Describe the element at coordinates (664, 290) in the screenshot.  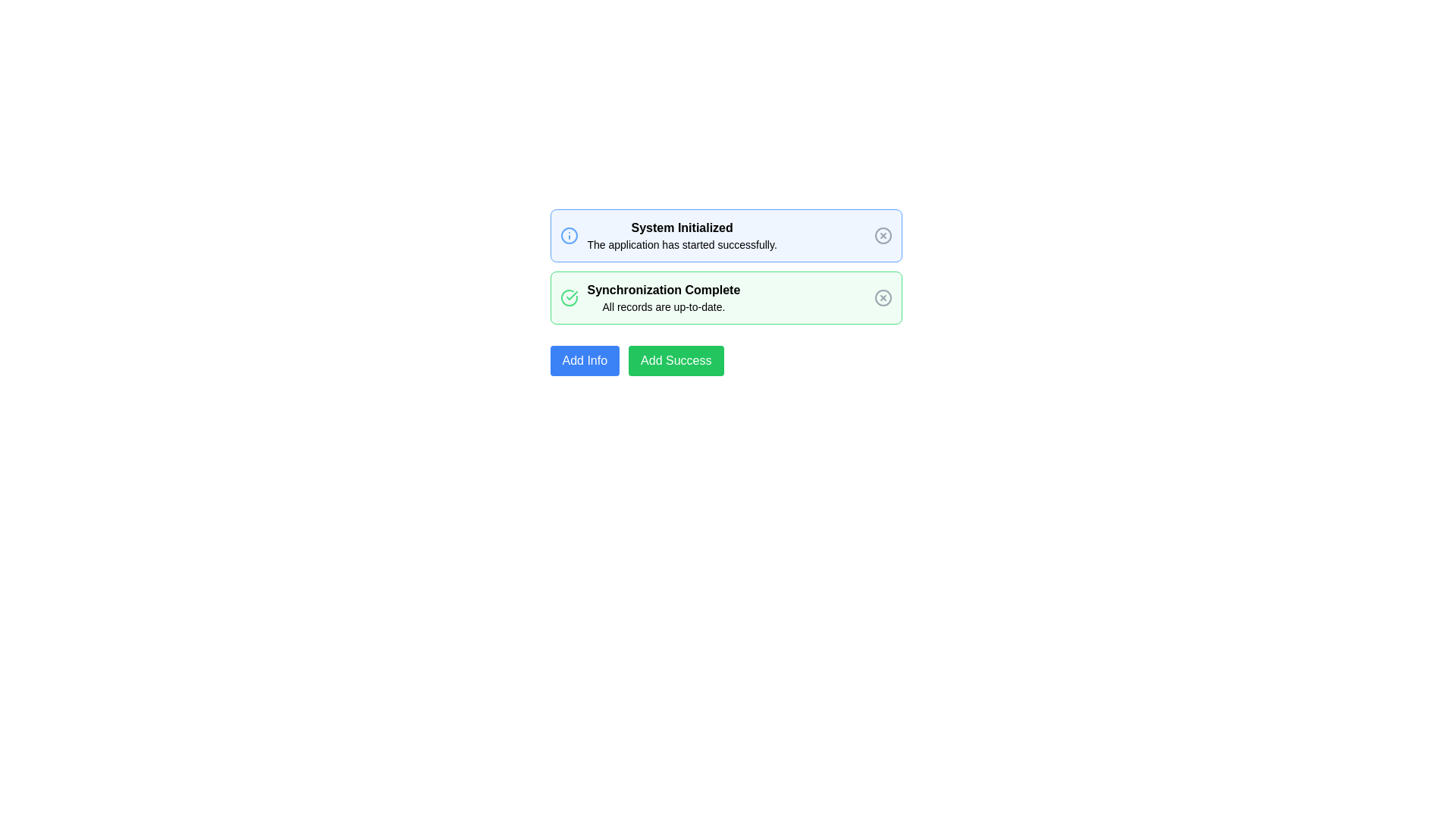
I see `the text label indicating 'Synchronization Complete' at the top of the green notification block` at that location.